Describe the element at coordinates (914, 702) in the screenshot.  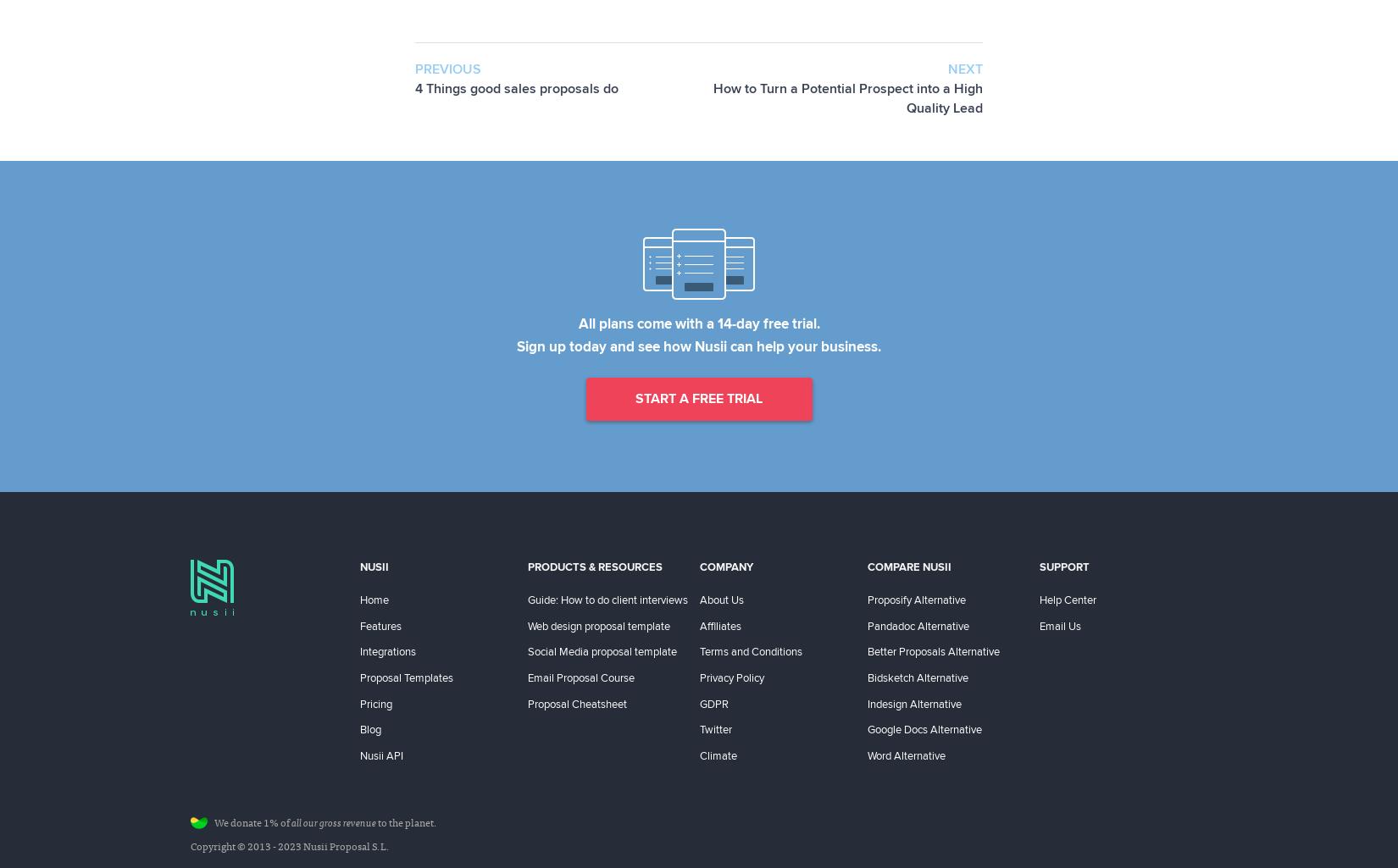
I see `'Indesign Alternative'` at that location.